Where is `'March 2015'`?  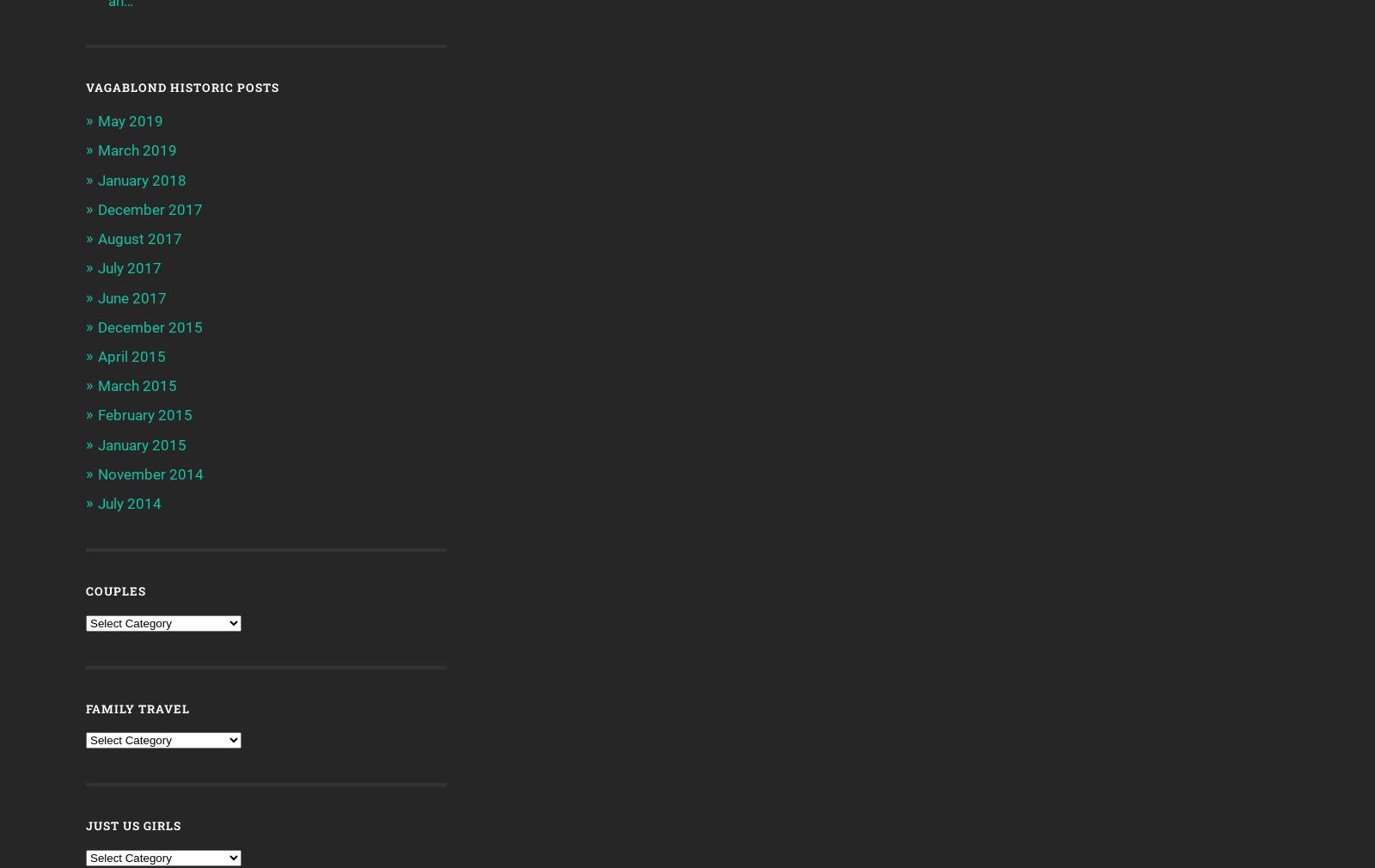 'March 2015' is located at coordinates (96, 386).